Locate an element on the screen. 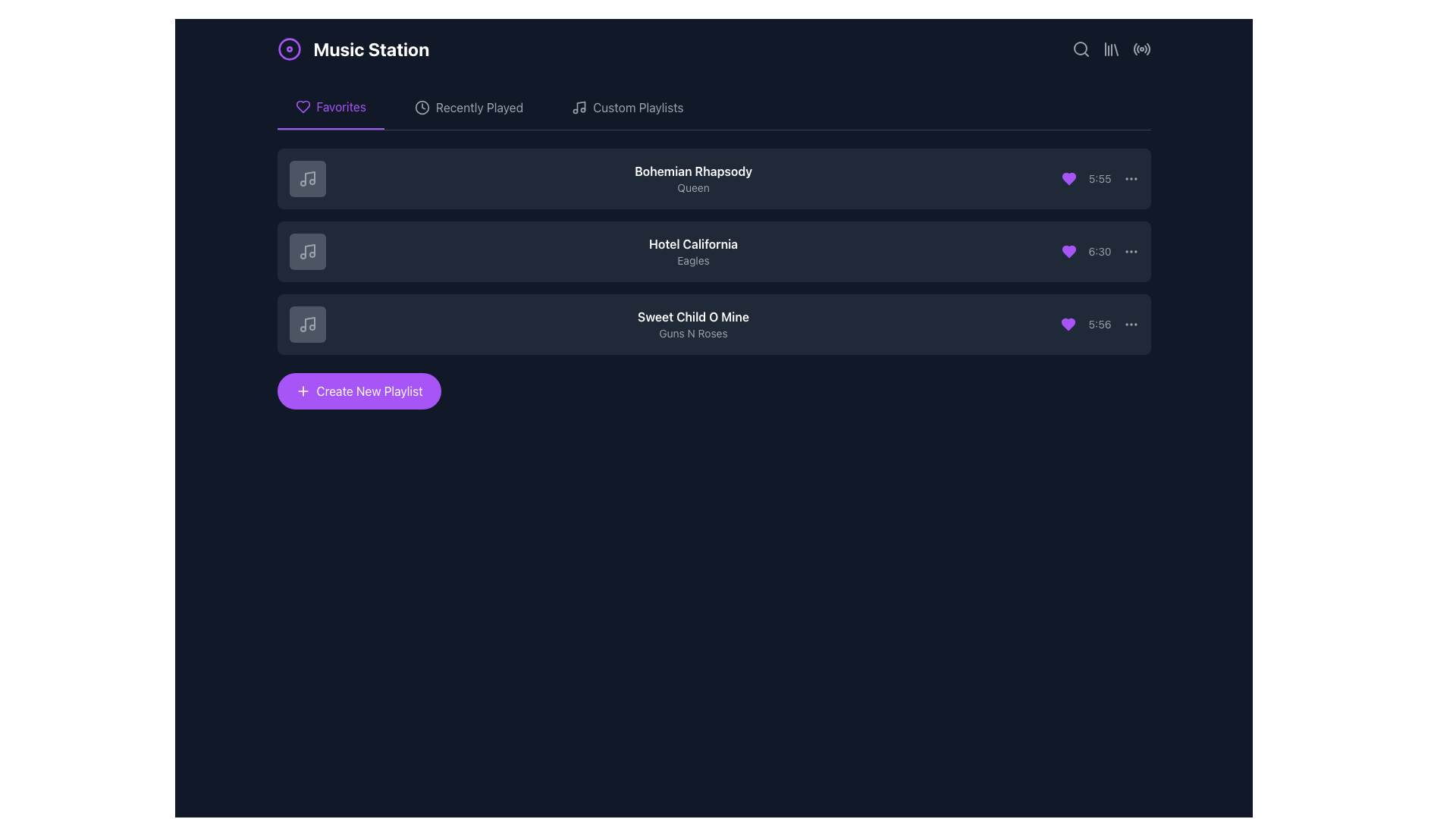  the vibrant purple circular icon with concentric circles and a central dot, located to the left of the 'Music Station' text is located at coordinates (289, 49).